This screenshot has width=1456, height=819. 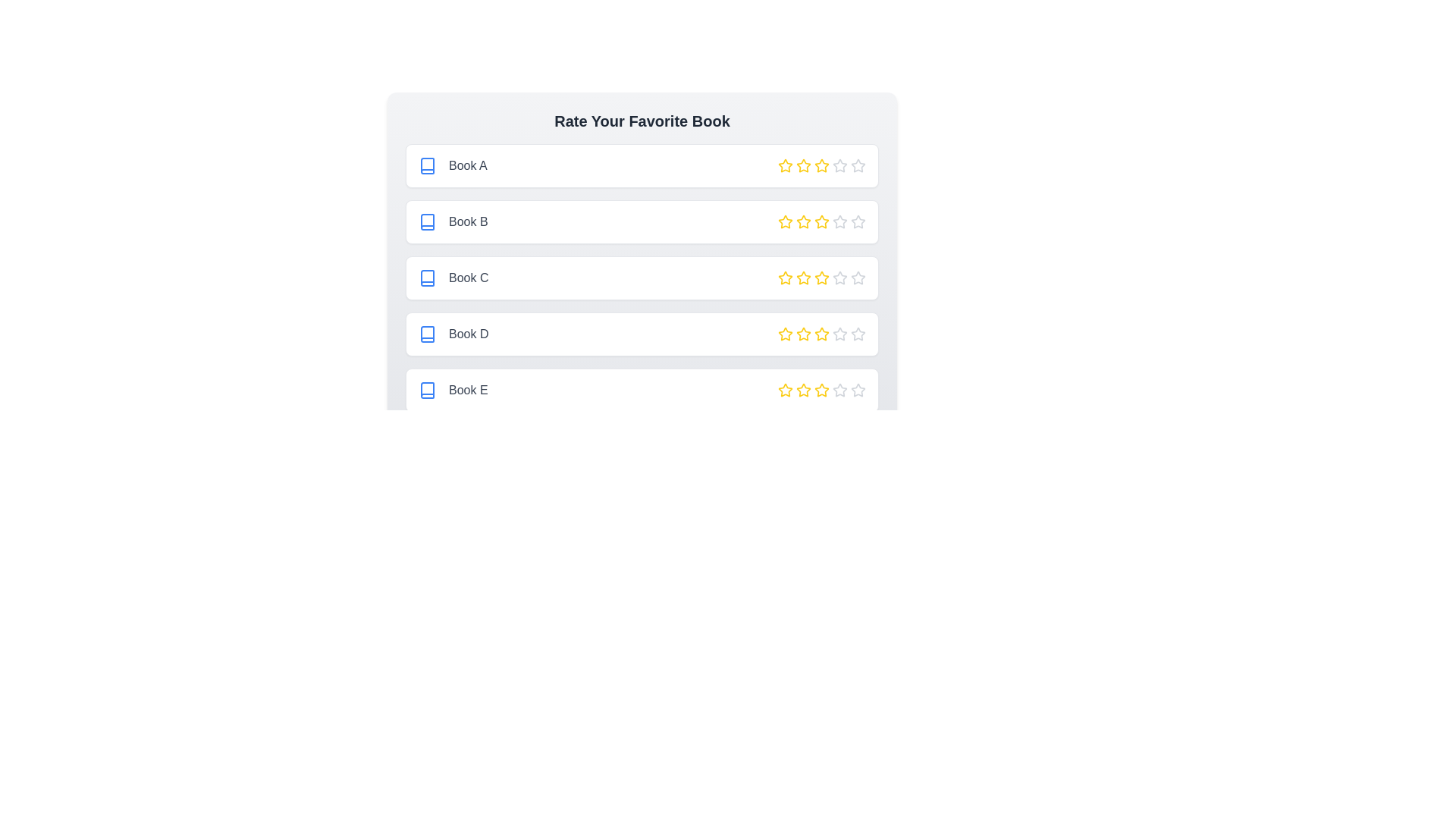 What do you see at coordinates (786, 166) in the screenshot?
I see `the star corresponding to 1 stars for the book titled Book A` at bounding box center [786, 166].